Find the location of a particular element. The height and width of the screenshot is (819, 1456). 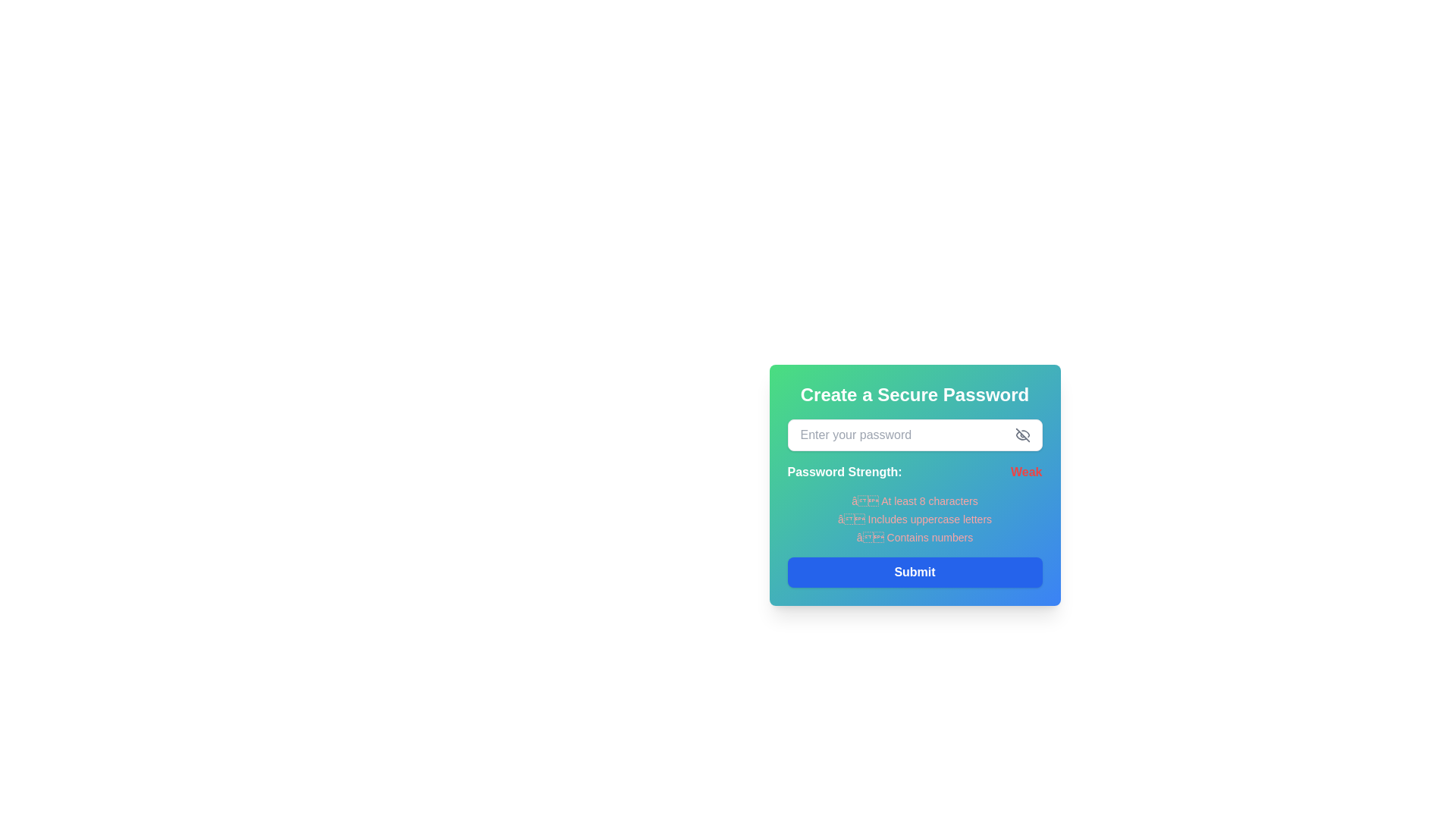

the eye icon button that indicates a hidden or obscured state is located at coordinates (1022, 435).